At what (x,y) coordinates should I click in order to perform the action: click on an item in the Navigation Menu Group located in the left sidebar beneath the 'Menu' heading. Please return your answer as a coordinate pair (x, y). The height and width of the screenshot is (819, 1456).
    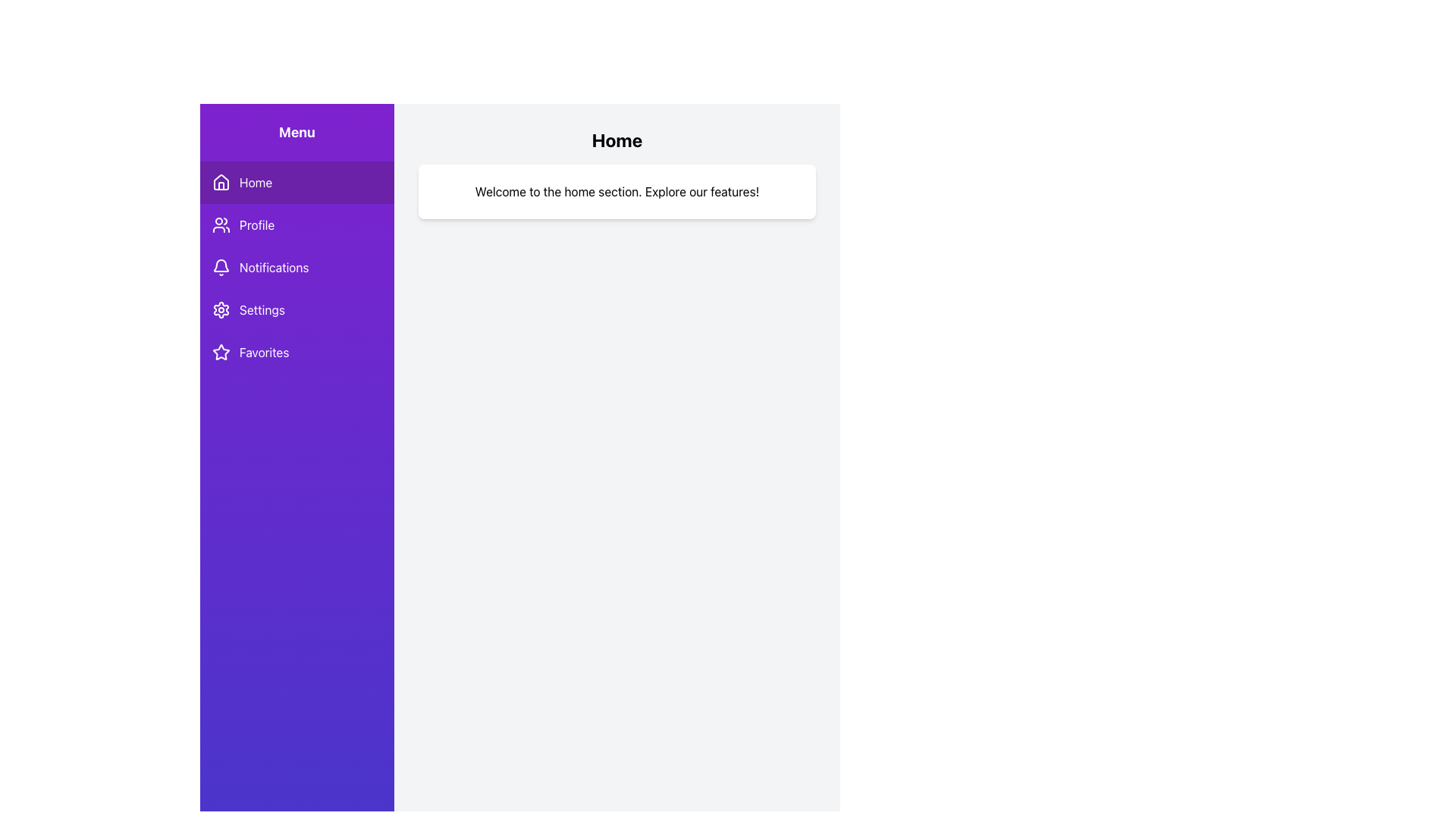
    Looking at the image, I should click on (297, 267).